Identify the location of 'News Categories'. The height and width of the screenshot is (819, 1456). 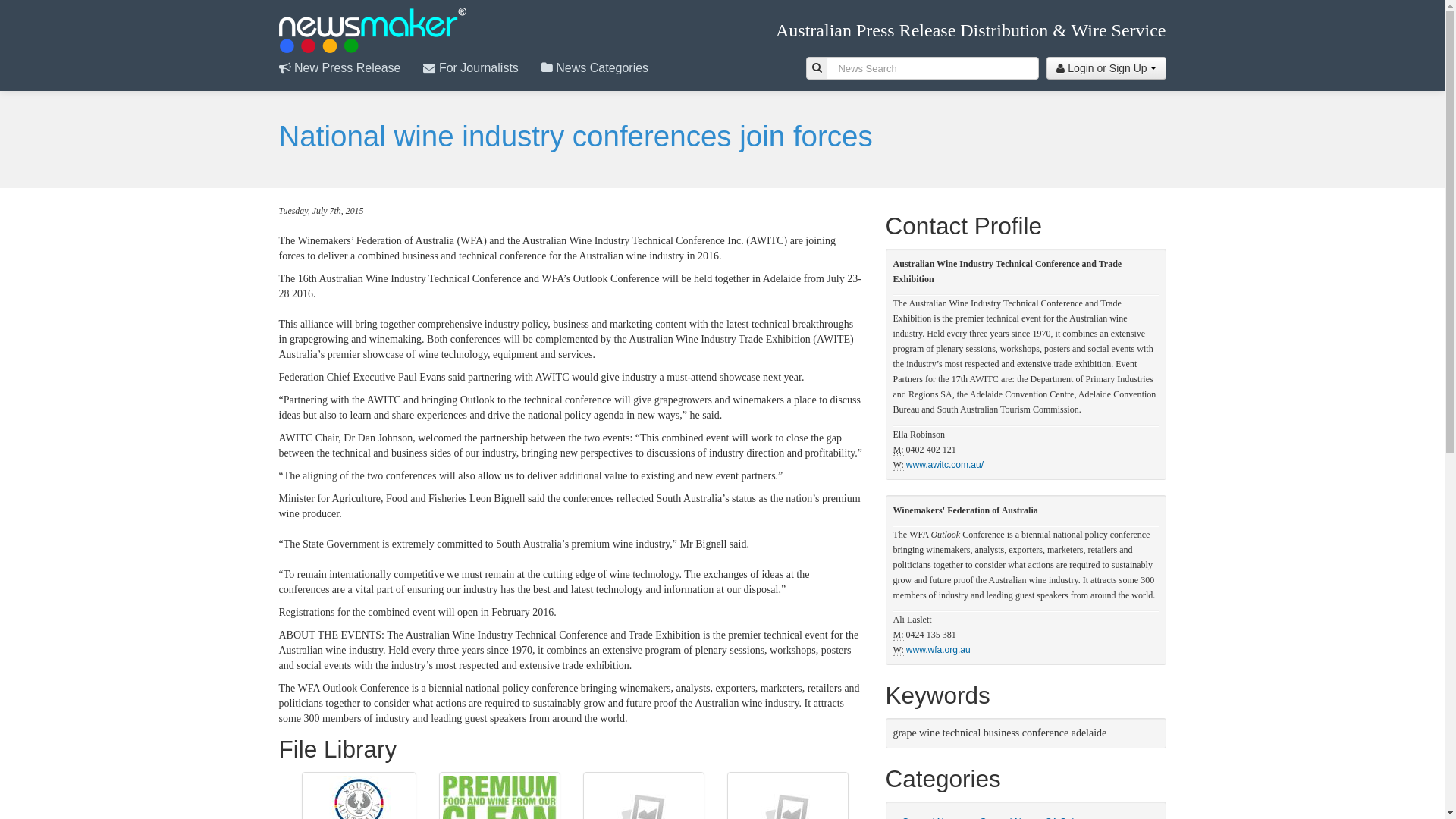
(605, 67).